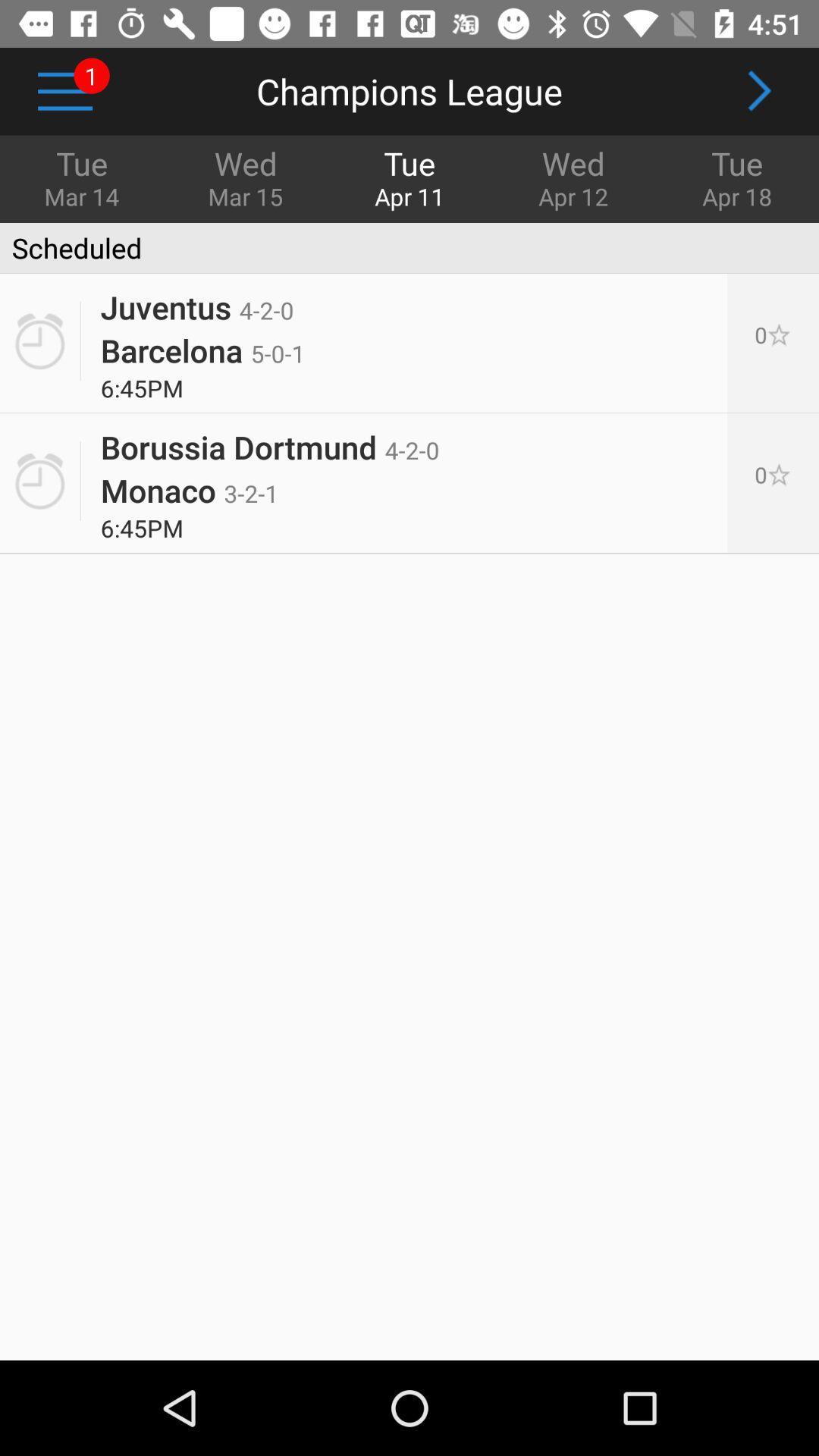 The height and width of the screenshot is (1456, 819). Describe the element at coordinates (202, 349) in the screenshot. I see `barcelona 5 0` at that location.